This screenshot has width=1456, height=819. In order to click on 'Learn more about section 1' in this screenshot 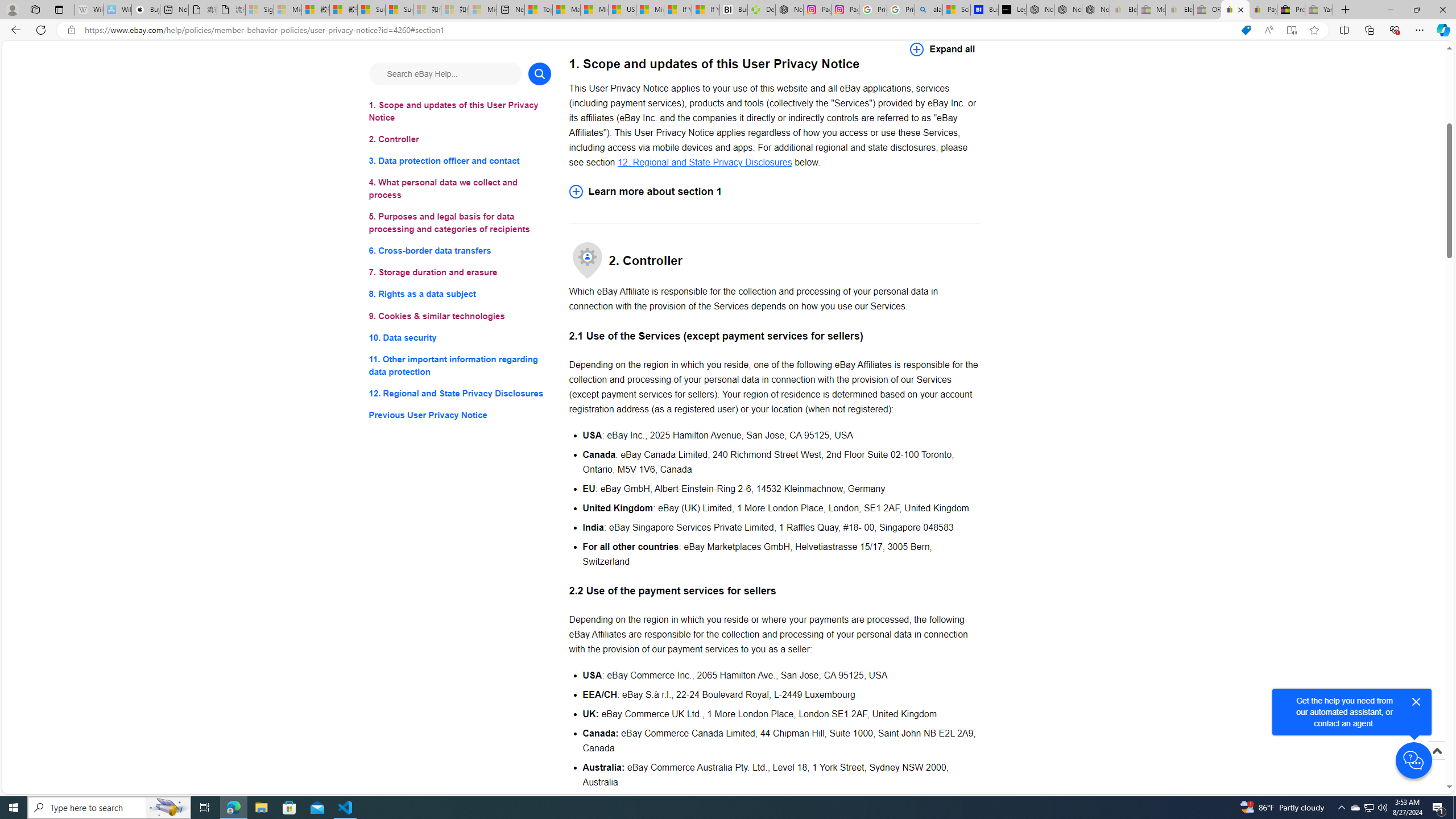, I will do `click(774, 191)`.